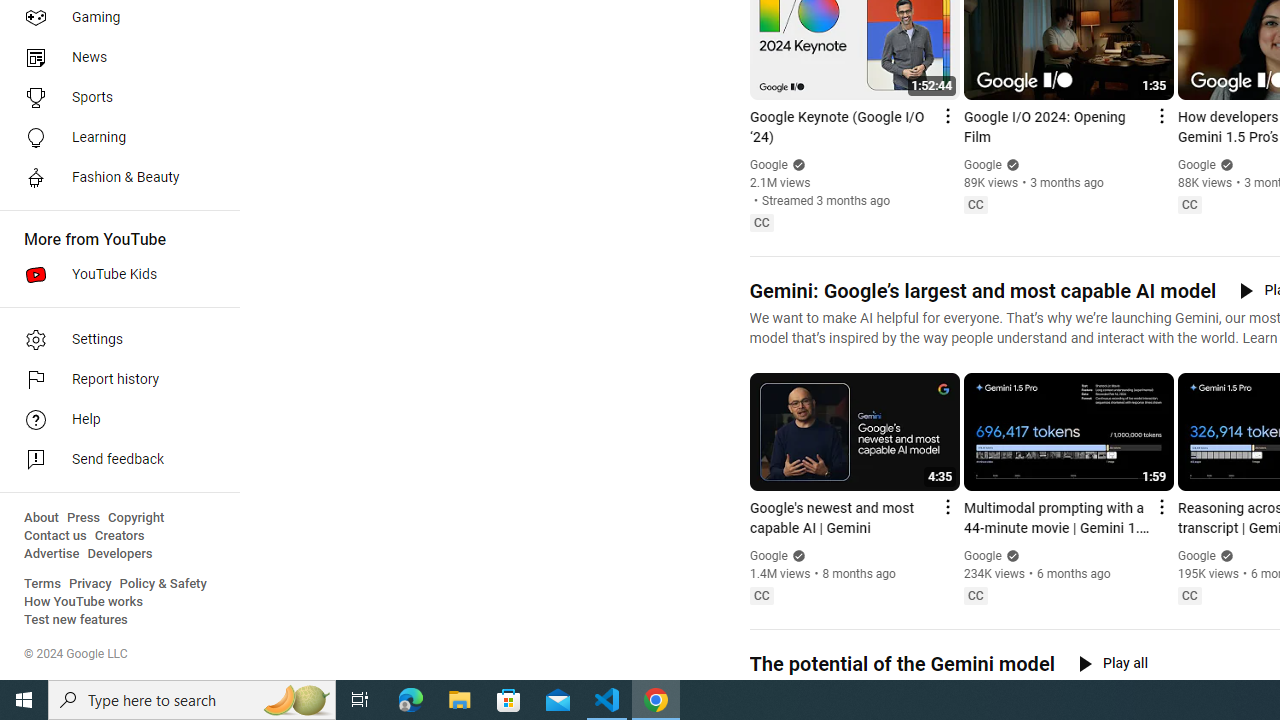 The height and width of the screenshot is (720, 1280). What do you see at coordinates (1112, 663) in the screenshot?
I see `'Play all'` at bounding box center [1112, 663].